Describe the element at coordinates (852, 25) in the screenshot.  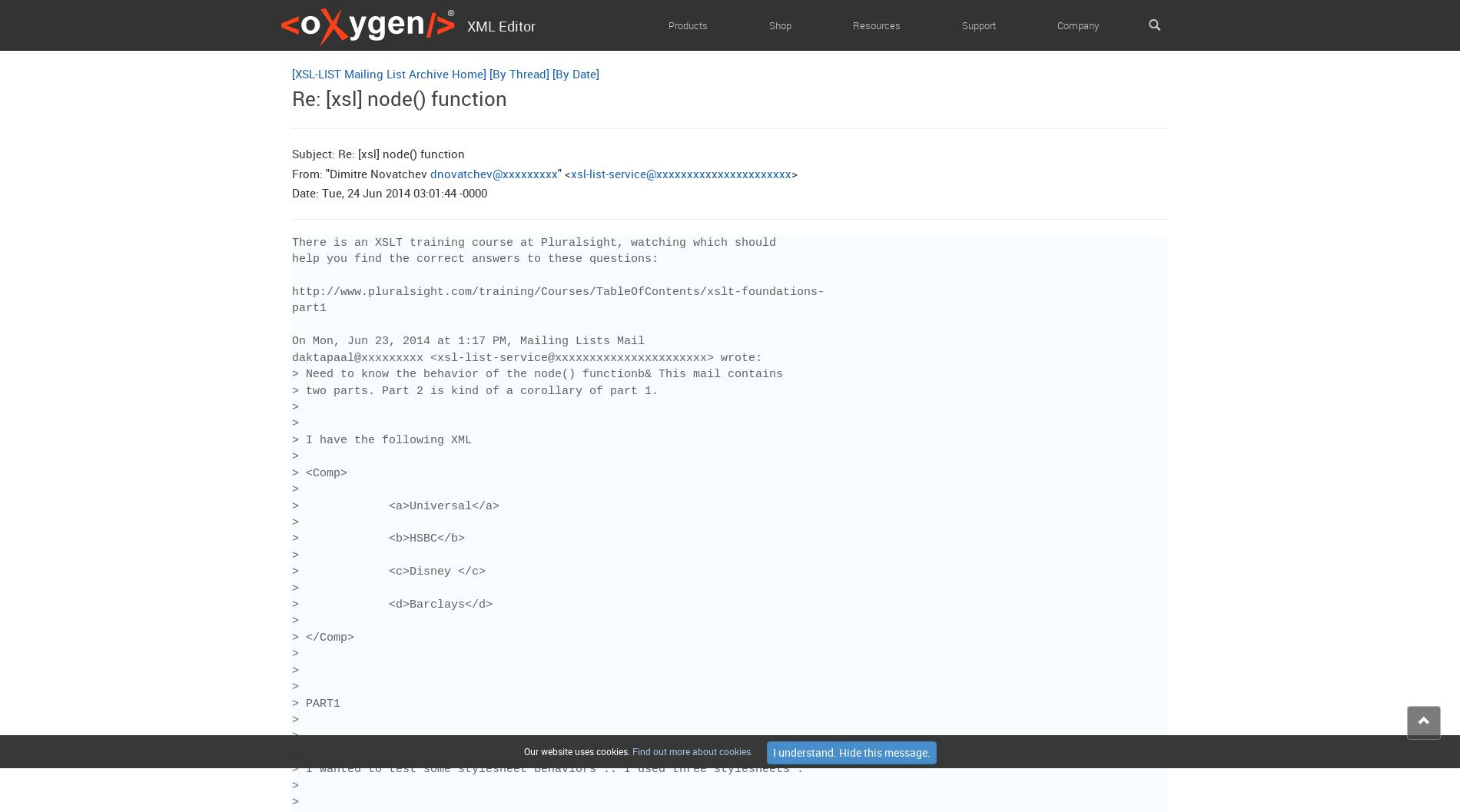
I see `'Resources'` at that location.